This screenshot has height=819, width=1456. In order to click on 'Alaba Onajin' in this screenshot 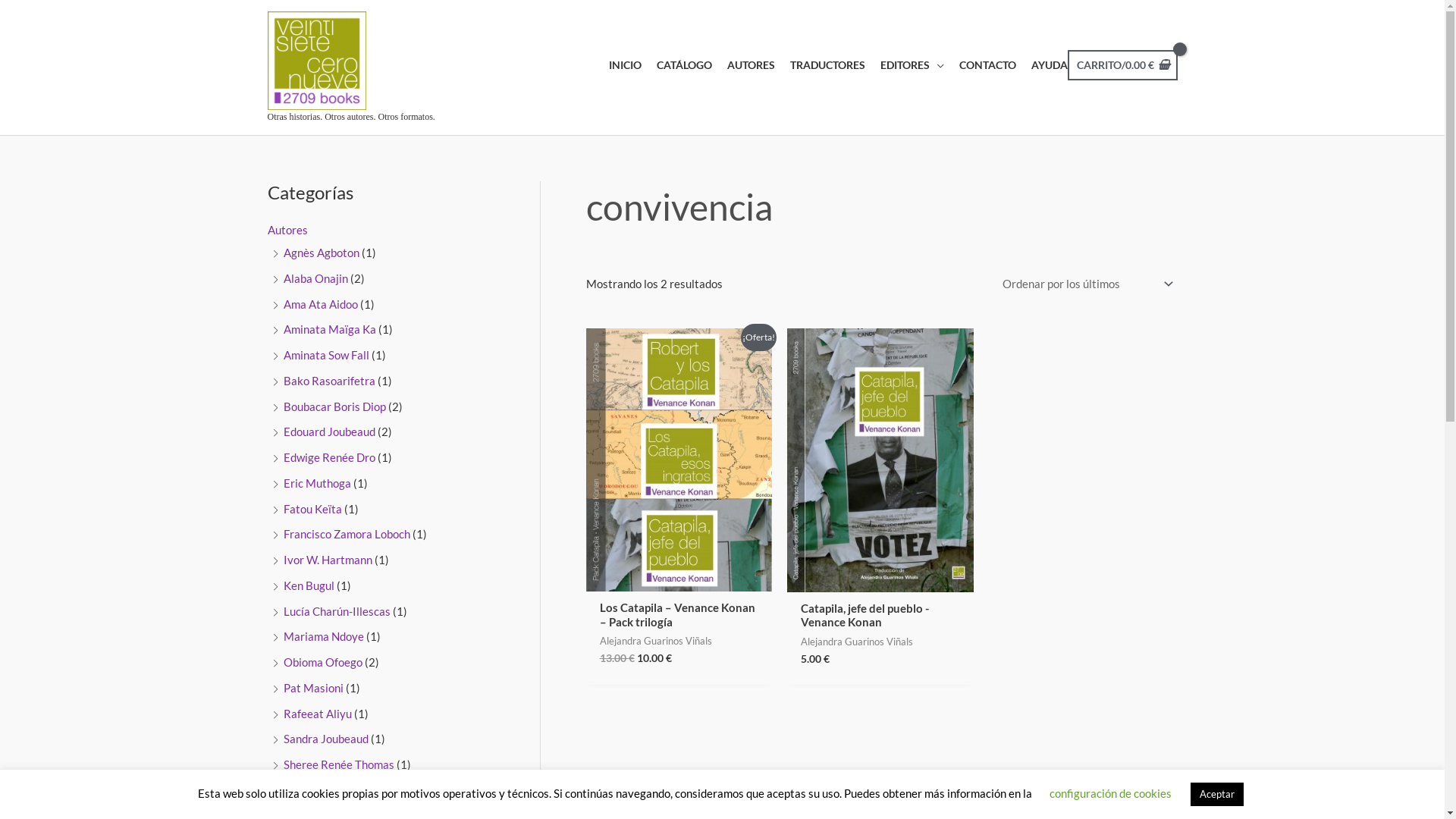, I will do `click(284, 278)`.